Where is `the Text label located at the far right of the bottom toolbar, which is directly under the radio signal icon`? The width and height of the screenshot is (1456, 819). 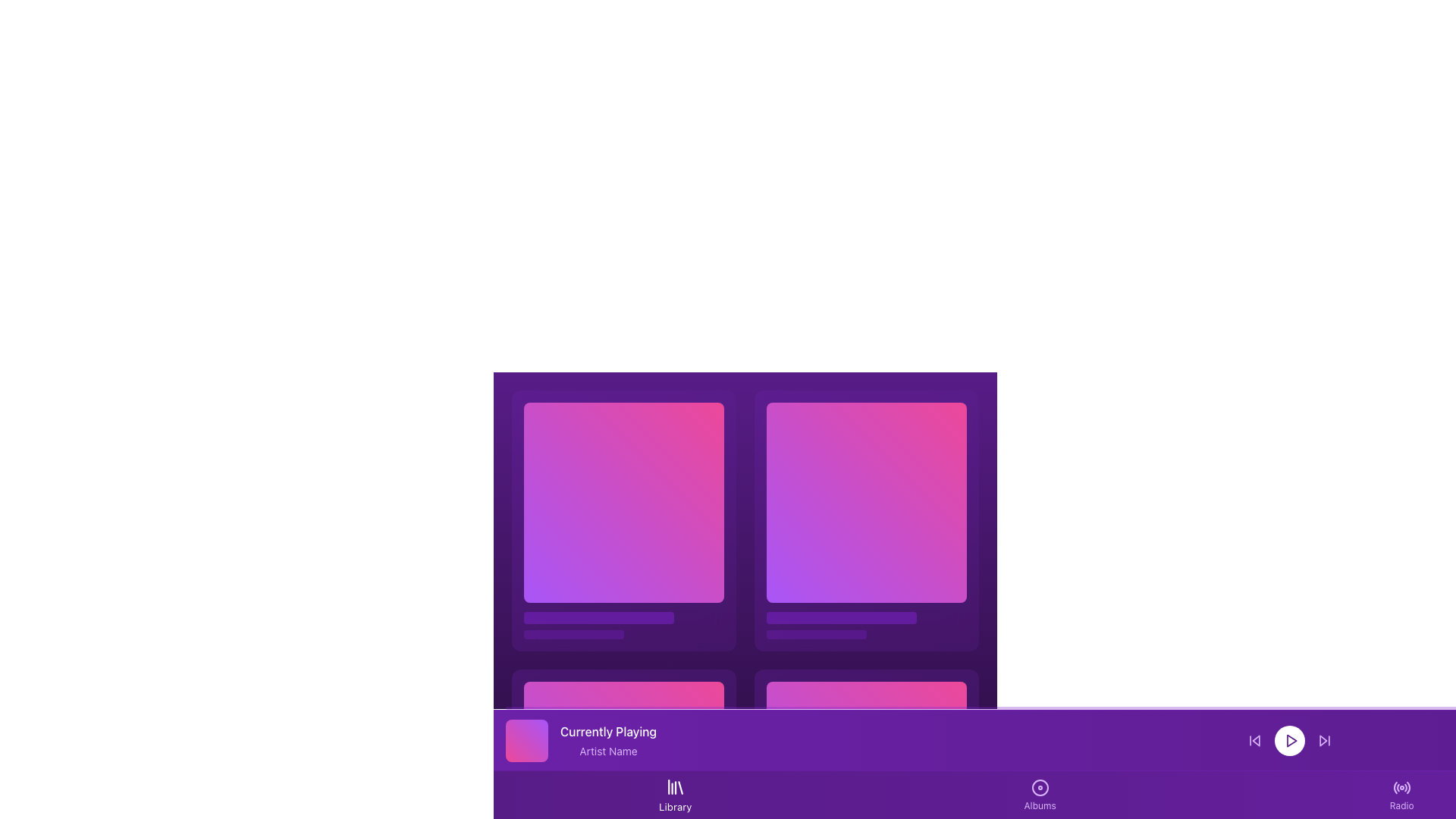
the Text label located at the far right of the bottom toolbar, which is directly under the radio signal icon is located at coordinates (1401, 805).